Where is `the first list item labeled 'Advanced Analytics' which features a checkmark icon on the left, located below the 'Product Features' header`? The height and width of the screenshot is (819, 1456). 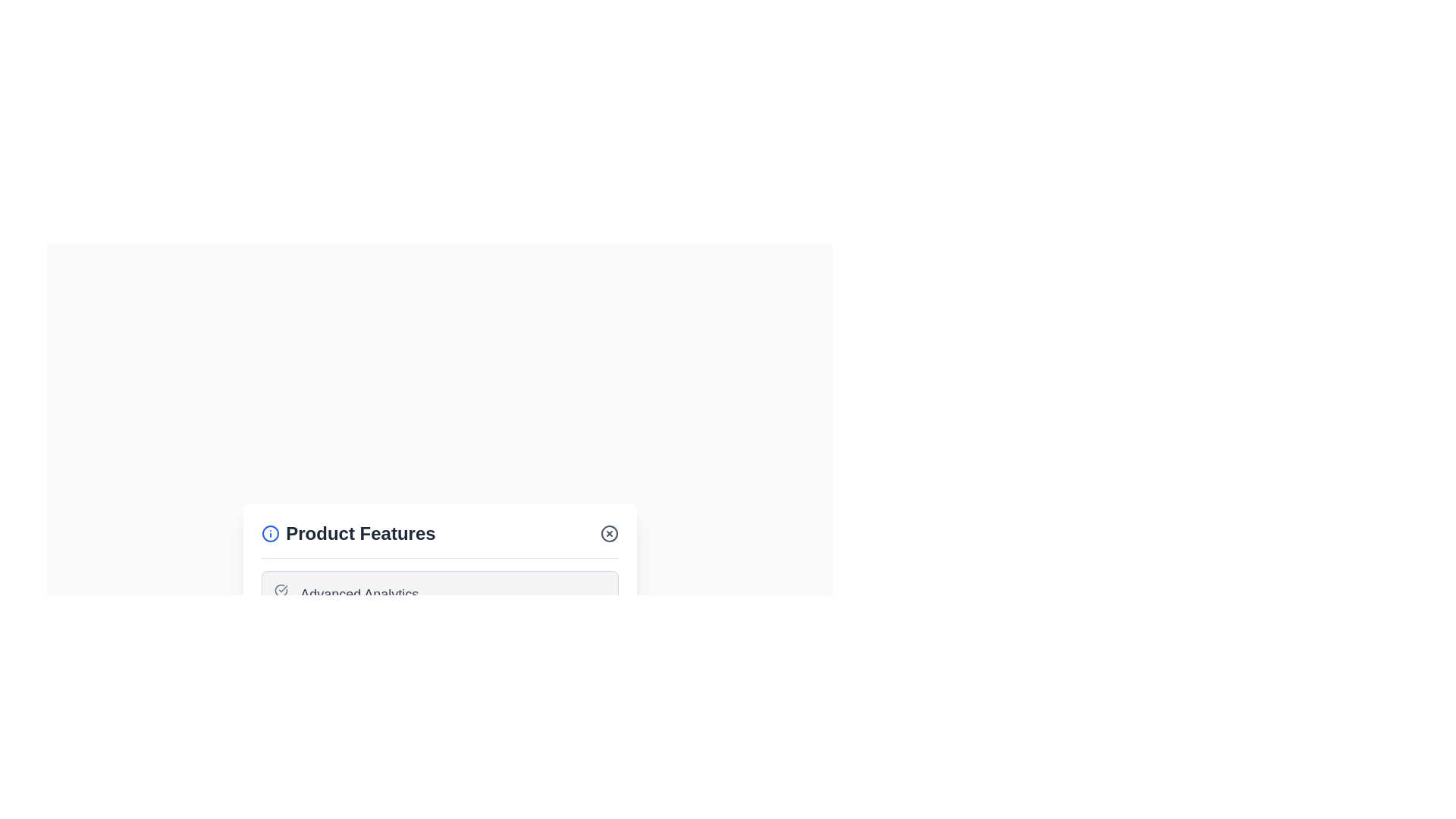 the first list item labeled 'Advanced Analytics' which features a checkmark icon on the left, located below the 'Product Features' header is located at coordinates (439, 593).